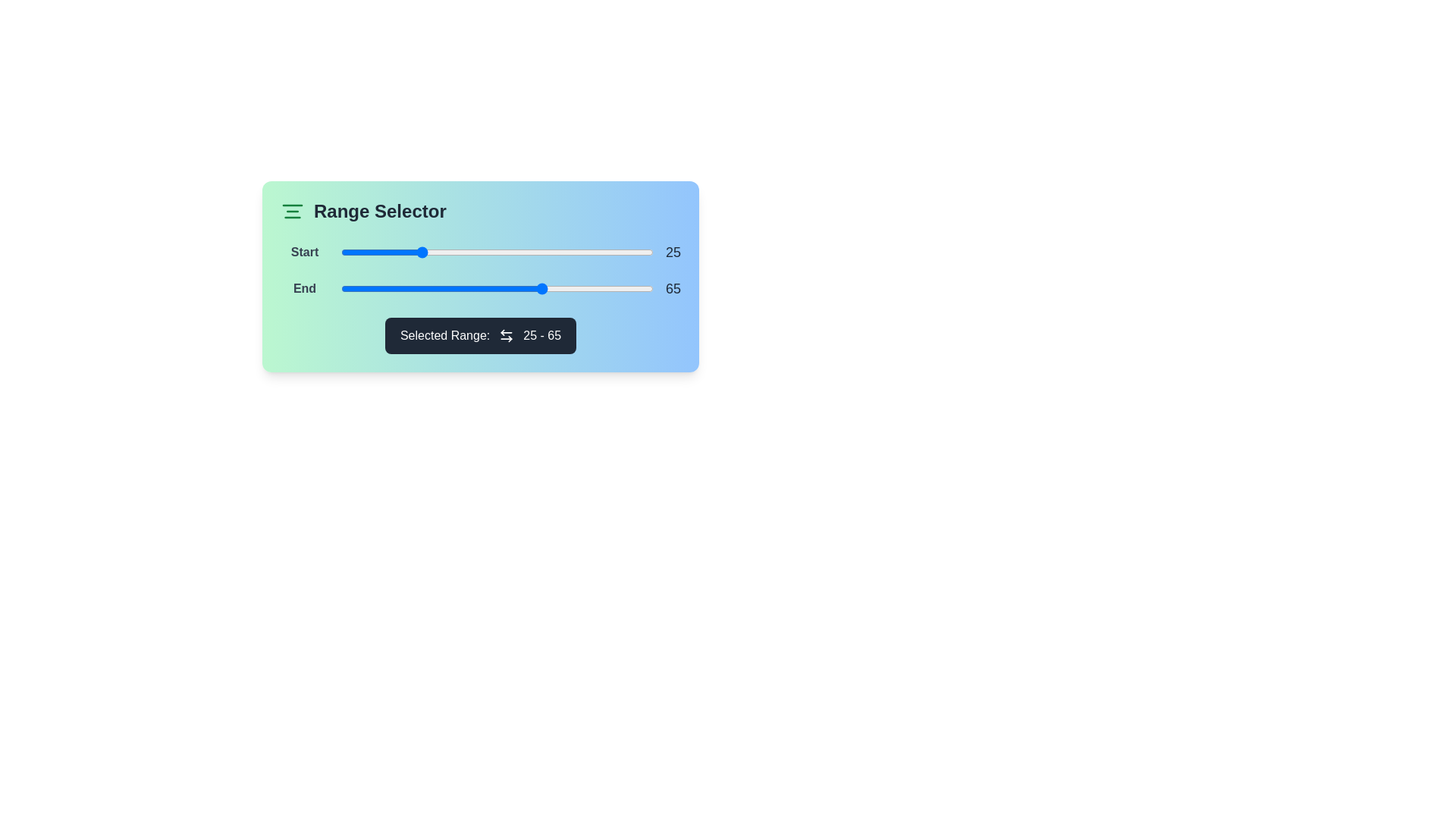 The image size is (1456, 819). Describe the element at coordinates (378, 289) in the screenshot. I see `the end range slider to 12 by dragging it to the desired position` at that location.